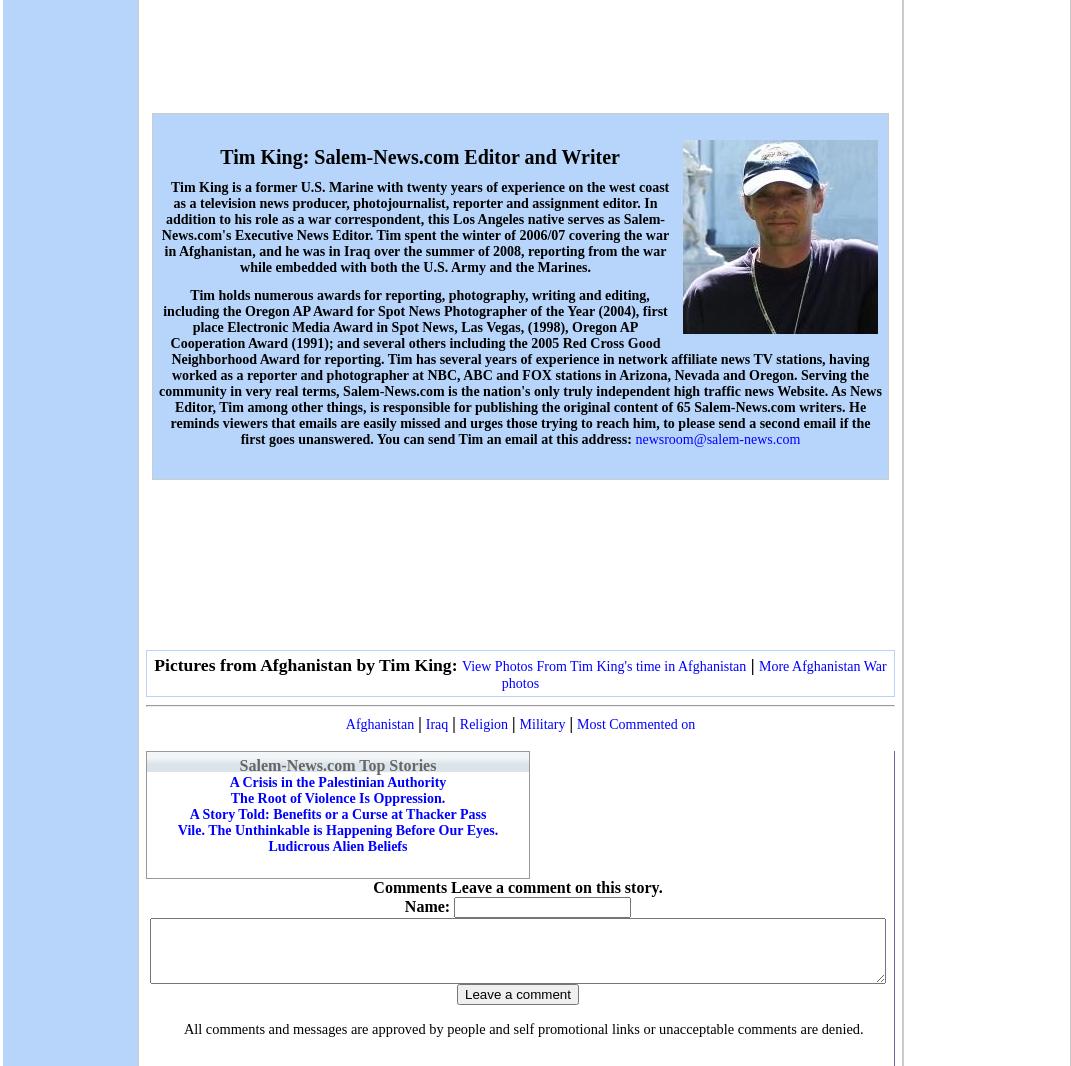 The image size is (1071, 1066). Describe the element at coordinates (415, 226) in the screenshot. I see `'Tim King is a former U.S. Marine with twenty years of experience on the west coast as a television news producer, photojournalist, reporter and assignment editor. In addition to his role as a war correspondent, this Los Angeles native serves as Salem-News.com's Executive News Editor.  Tim spent the winter of 2006/07 covering the war in Afghanistan, and he was in Iraq over the summer of 2008, reporting from the war while embedded with both the U.S. Army and the Marines.'` at that location.